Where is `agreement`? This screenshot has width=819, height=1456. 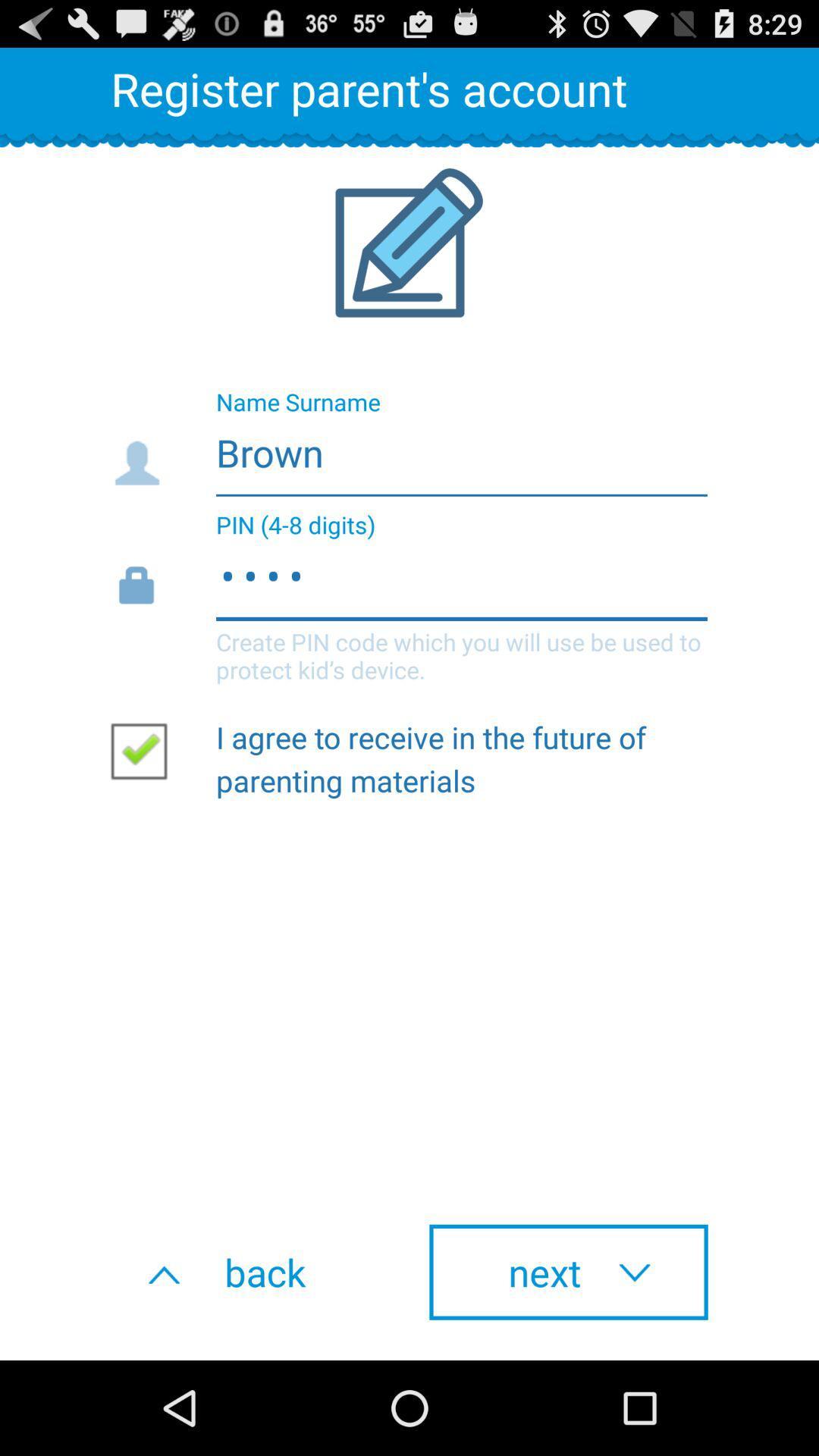 agreement is located at coordinates (145, 750).